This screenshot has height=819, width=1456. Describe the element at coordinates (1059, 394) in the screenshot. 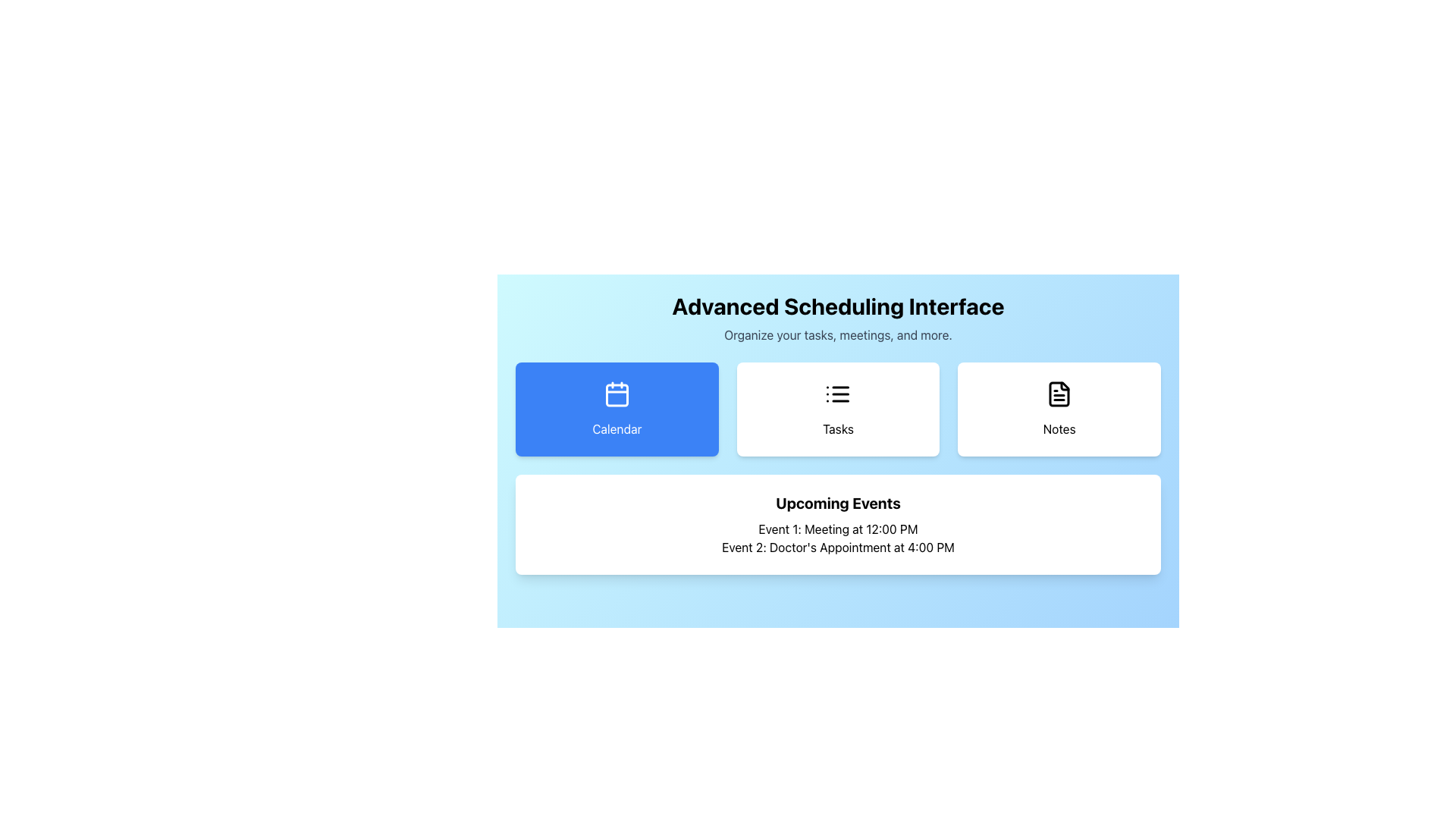

I see `the 'Notes' icon, which visually represents notes or textual documents, located within the white button labeled 'Notes' in the top-right corner of the main panel` at that location.